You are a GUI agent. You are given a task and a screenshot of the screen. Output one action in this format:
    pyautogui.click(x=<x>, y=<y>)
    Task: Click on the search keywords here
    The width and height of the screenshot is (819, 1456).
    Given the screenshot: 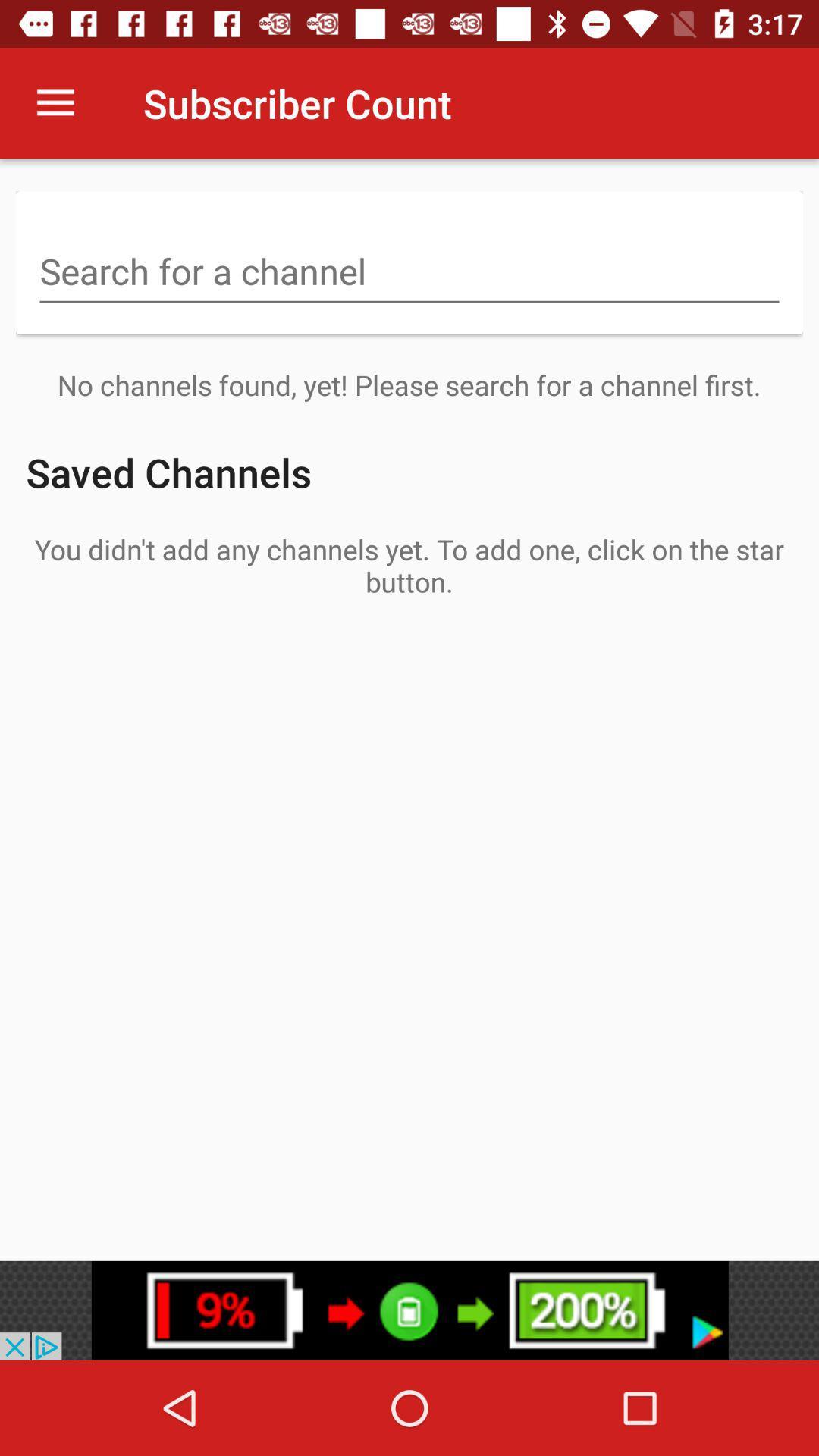 What is the action you would take?
    pyautogui.click(x=409, y=273)
    